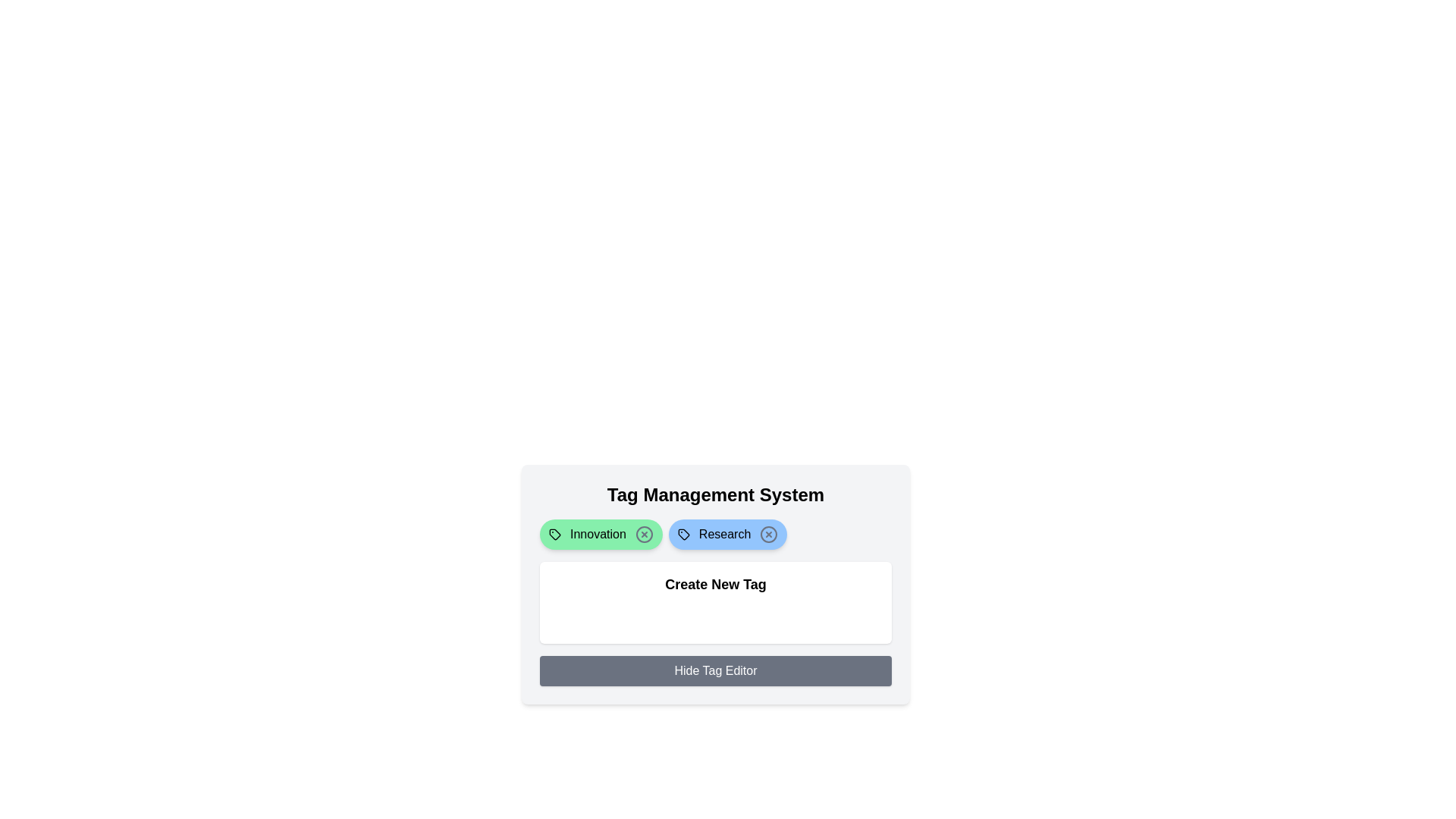 The image size is (1456, 819). I want to click on close button on the tag labeled 'Innovation' to remove it, so click(644, 534).